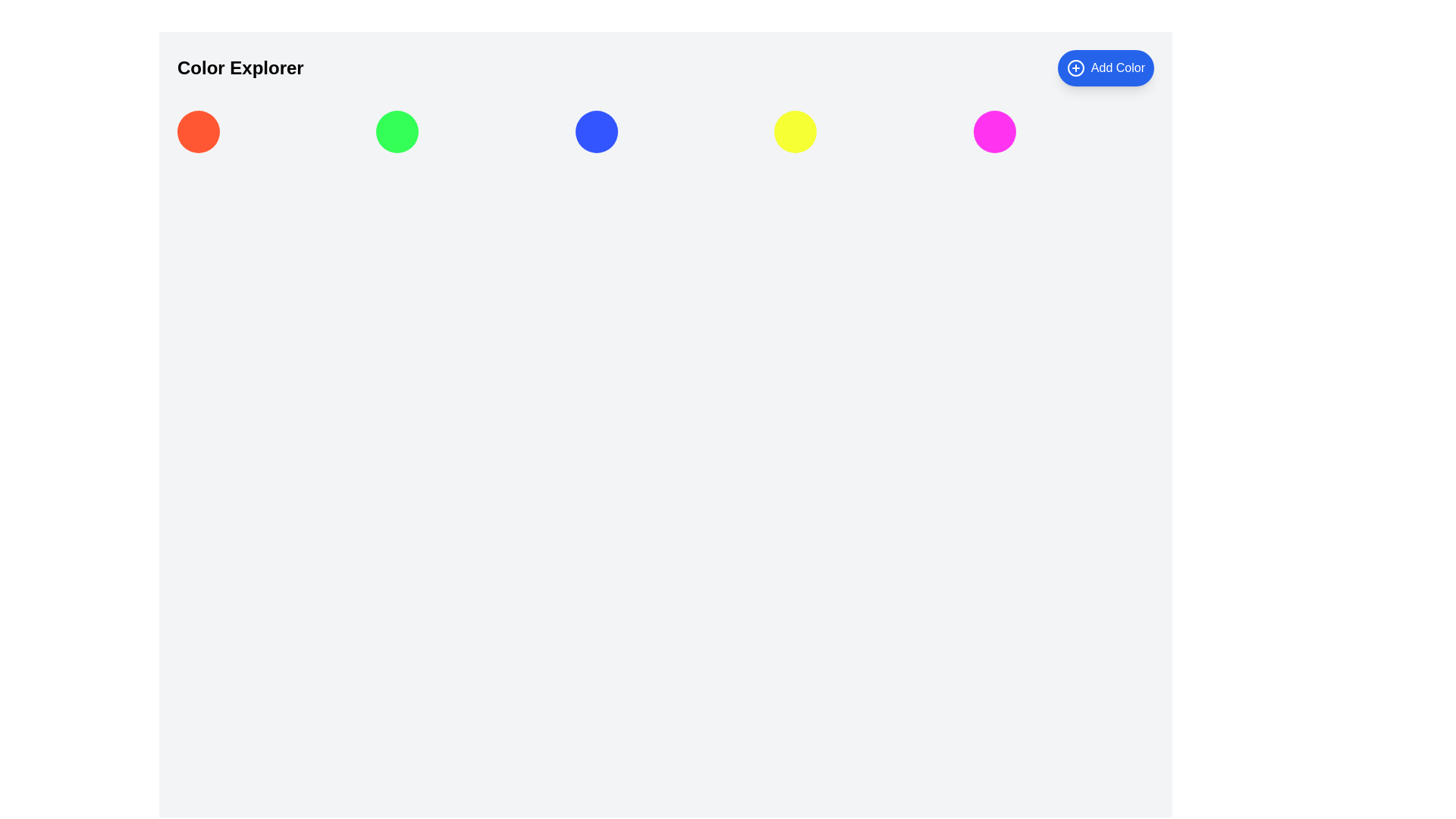  What do you see at coordinates (595, 130) in the screenshot?
I see `the third circular button in a horizontal grid, which is located centrally and is preceded by red and green buttons and followed by yellow and pink buttons` at bounding box center [595, 130].